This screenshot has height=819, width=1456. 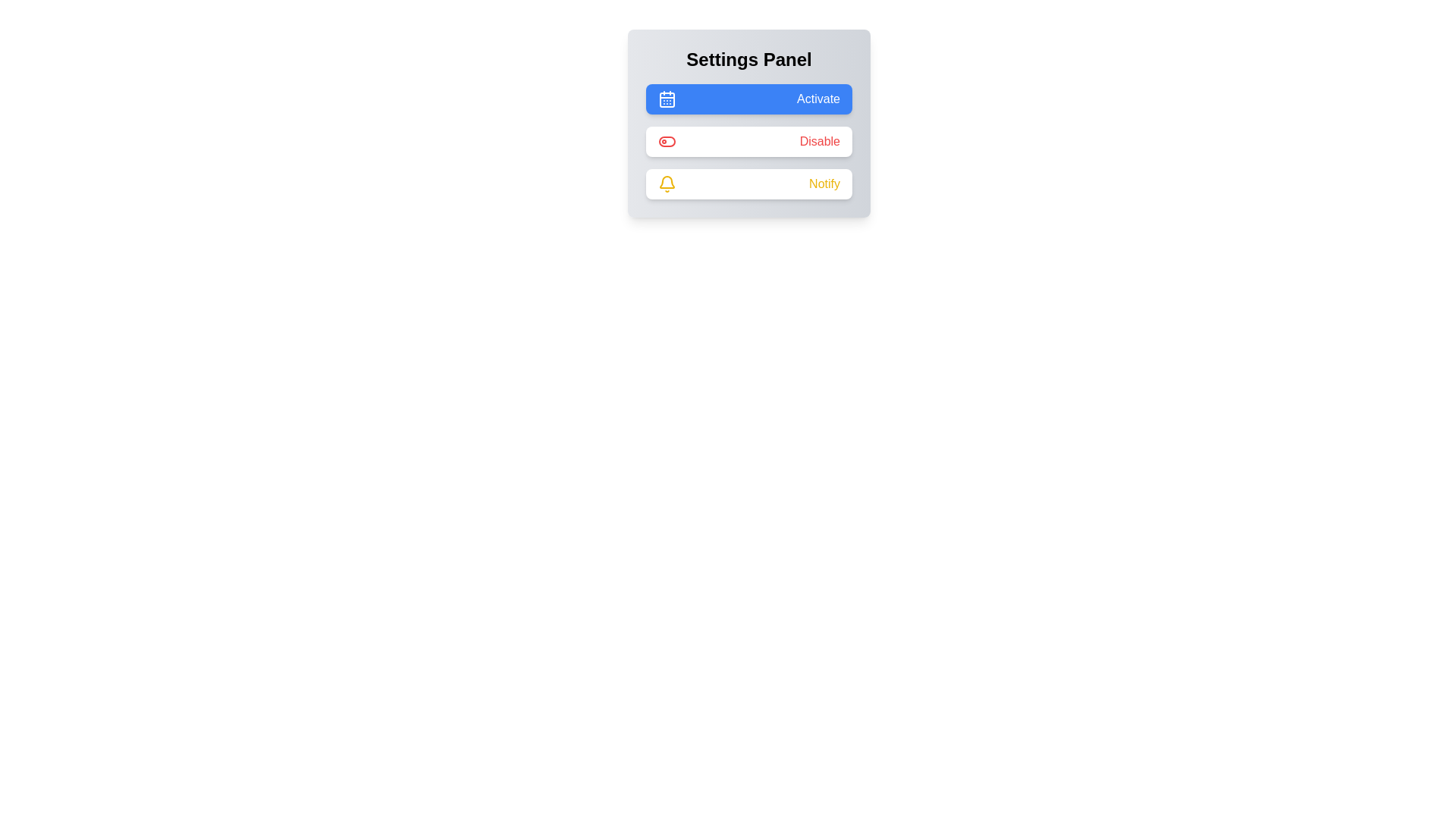 I want to click on the toggle switch styled icon with a red border located inside the 'Disable' row, positioned left of the text label, so click(x=667, y=141).